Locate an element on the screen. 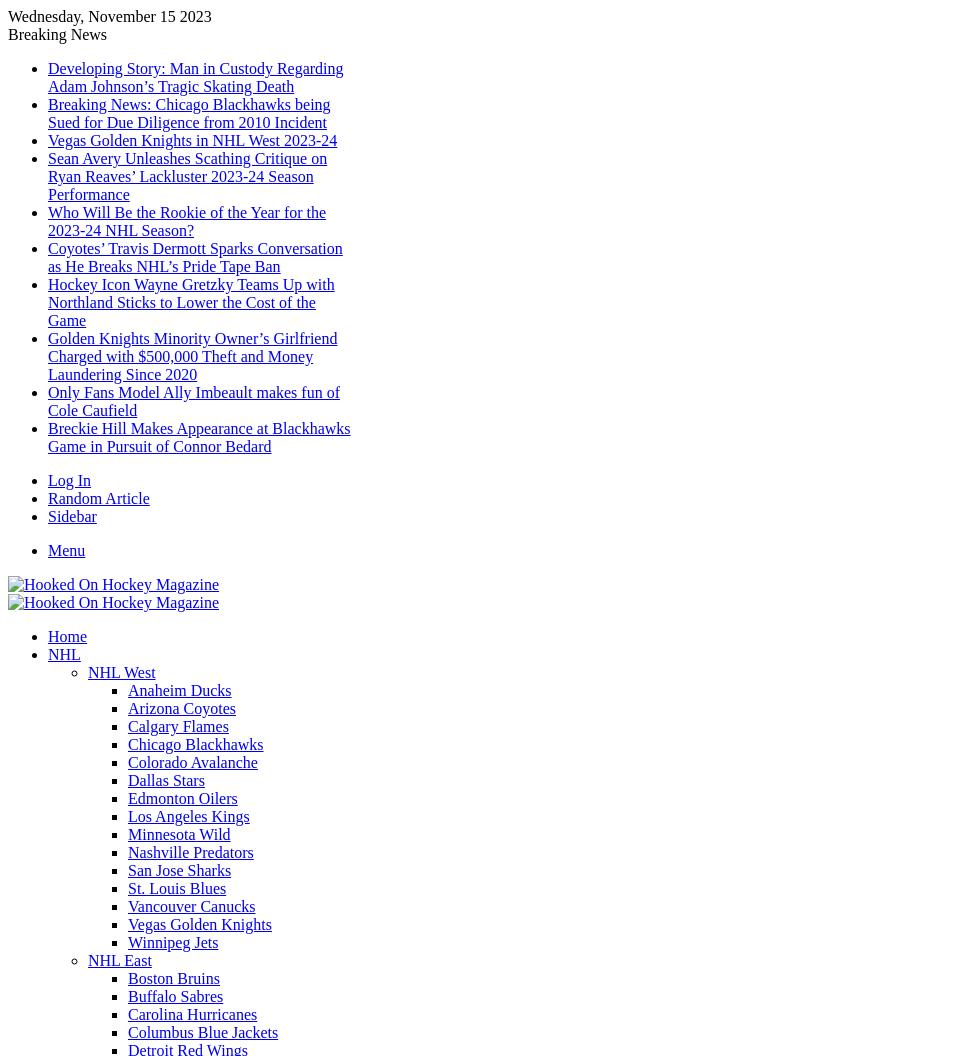  'Home' is located at coordinates (67, 635).